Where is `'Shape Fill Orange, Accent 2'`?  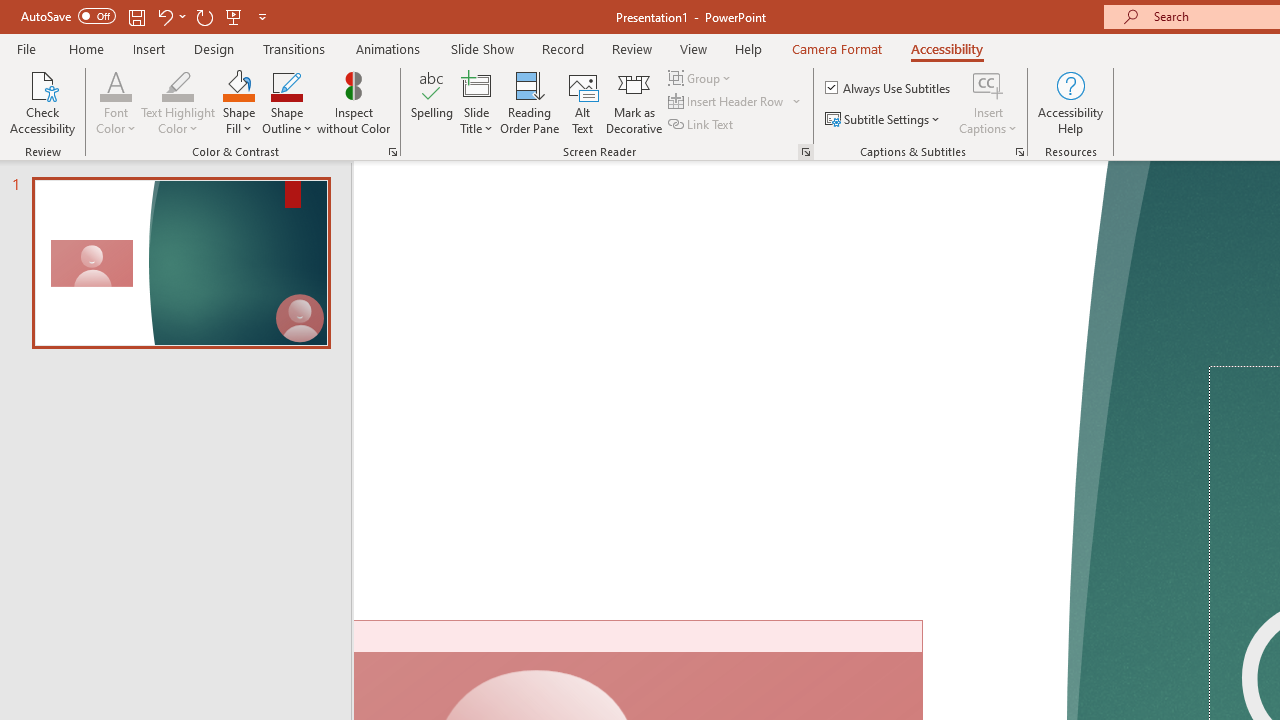 'Shape Fill Orange, Accent 2' is located at coordinates (238, 84).